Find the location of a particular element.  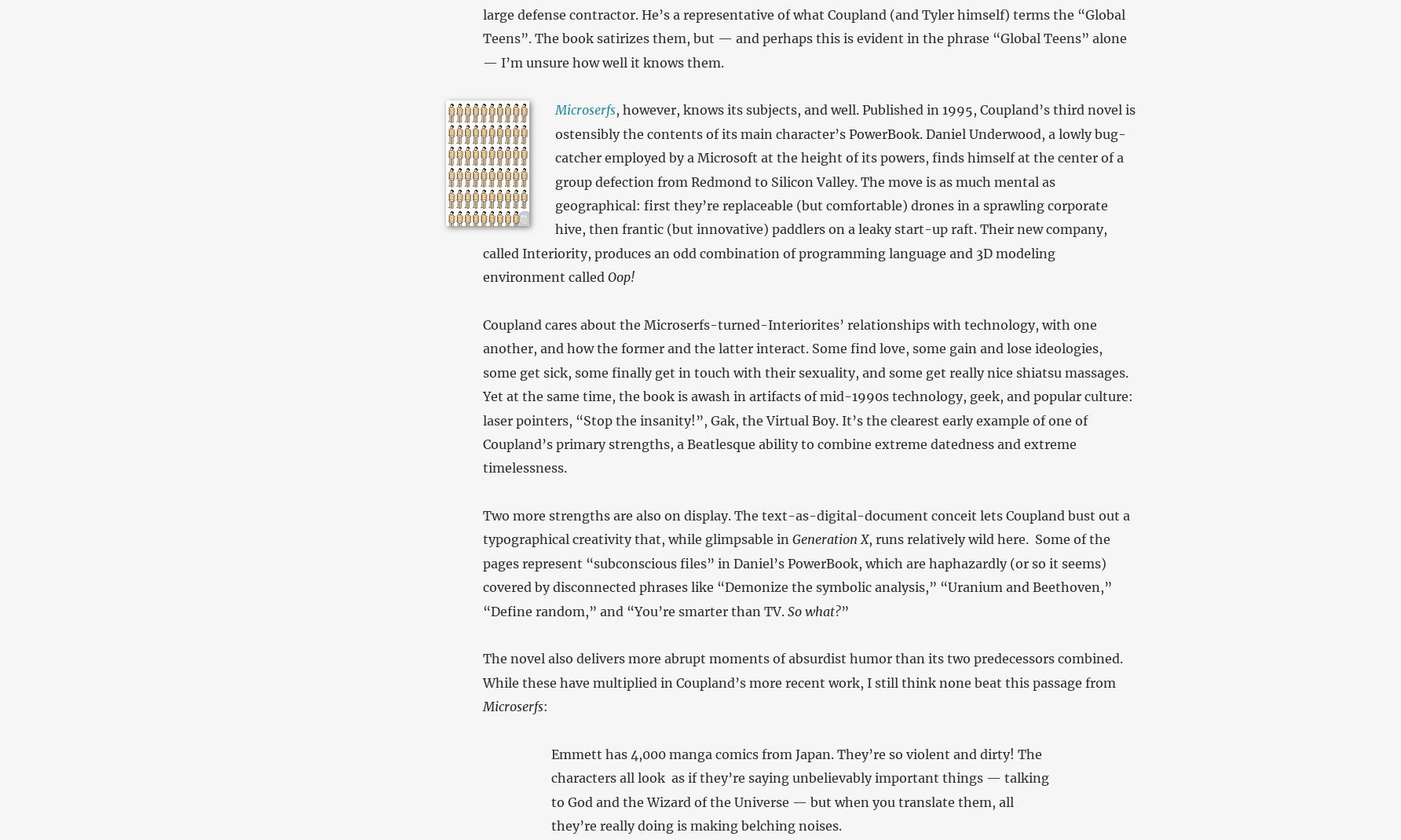

'Emmett has 4,000 manga comics from Japan. They’re so violent and dirty! The characters all look  as if they’re saying unbelievably important things — talking to God and the Wizard of the Universe — but when you translate them, all they’re really doing is making belching noises.' is located at coordinates (798, 790).